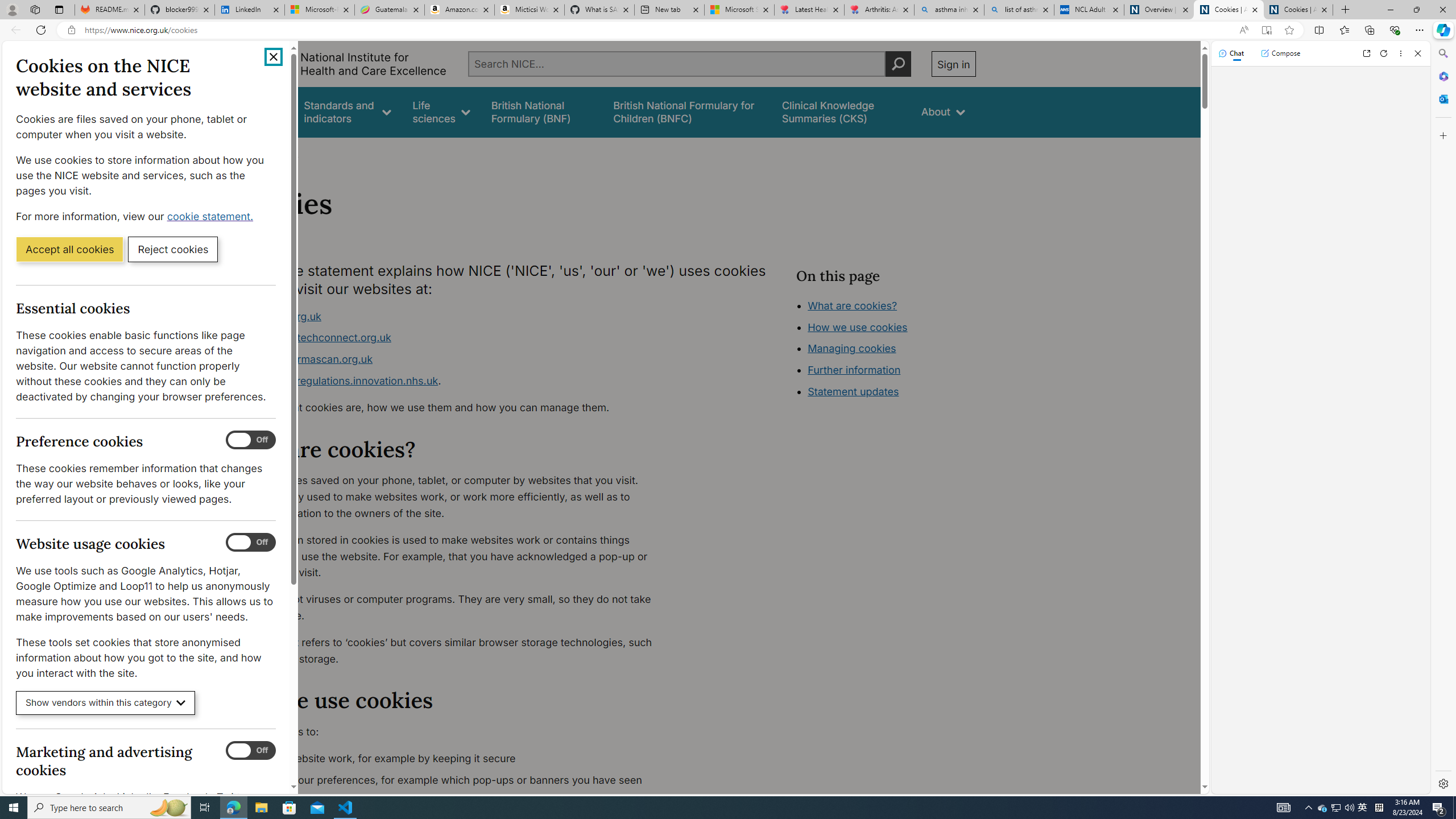  What do you see at coordinates (1298, 9) in the screenshot?
I see `'Cookies | About | NICE'` at bounding box center [1298, 9].